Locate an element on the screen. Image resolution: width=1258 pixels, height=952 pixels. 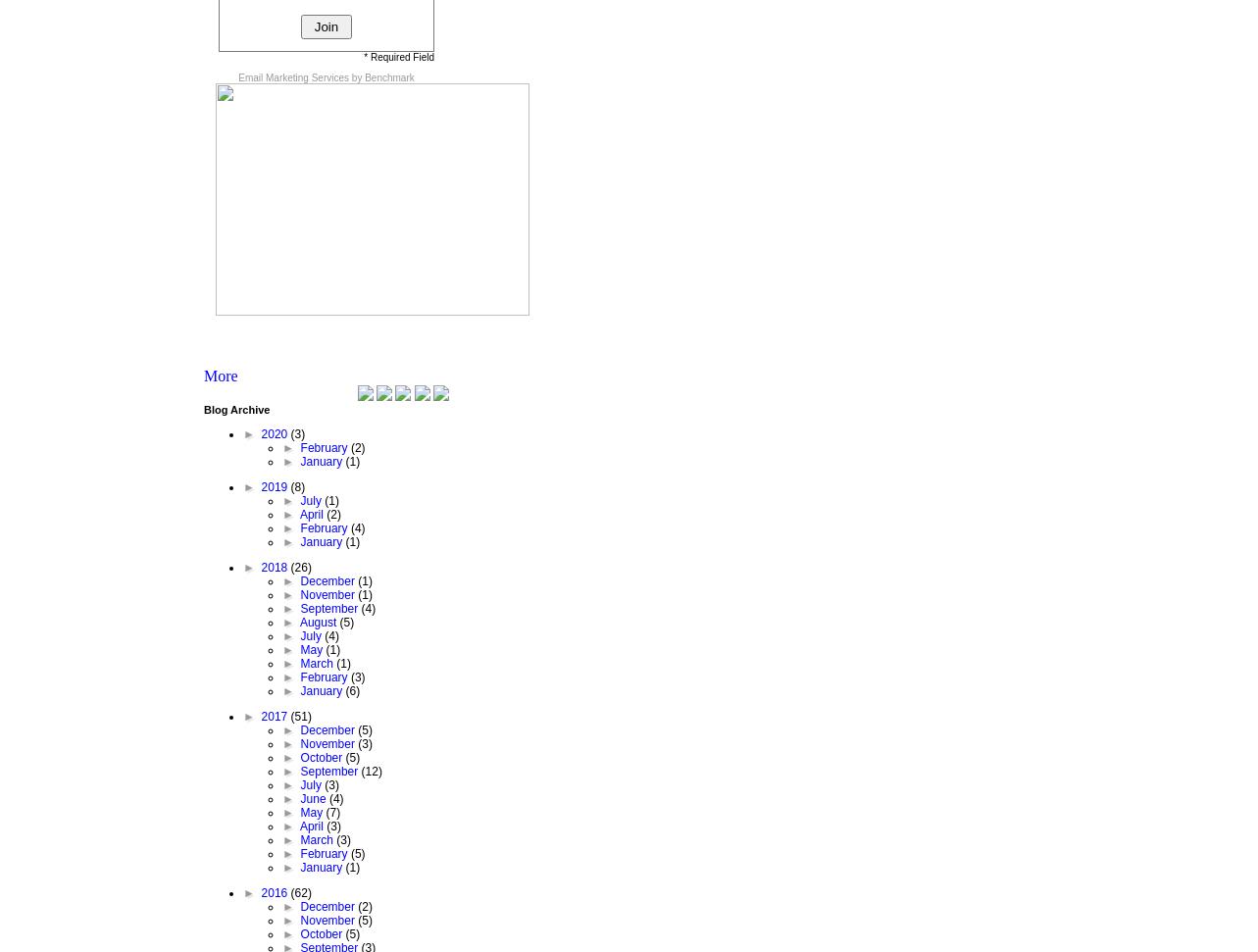
'Blog Archive' is located at coordinates (235, 408).